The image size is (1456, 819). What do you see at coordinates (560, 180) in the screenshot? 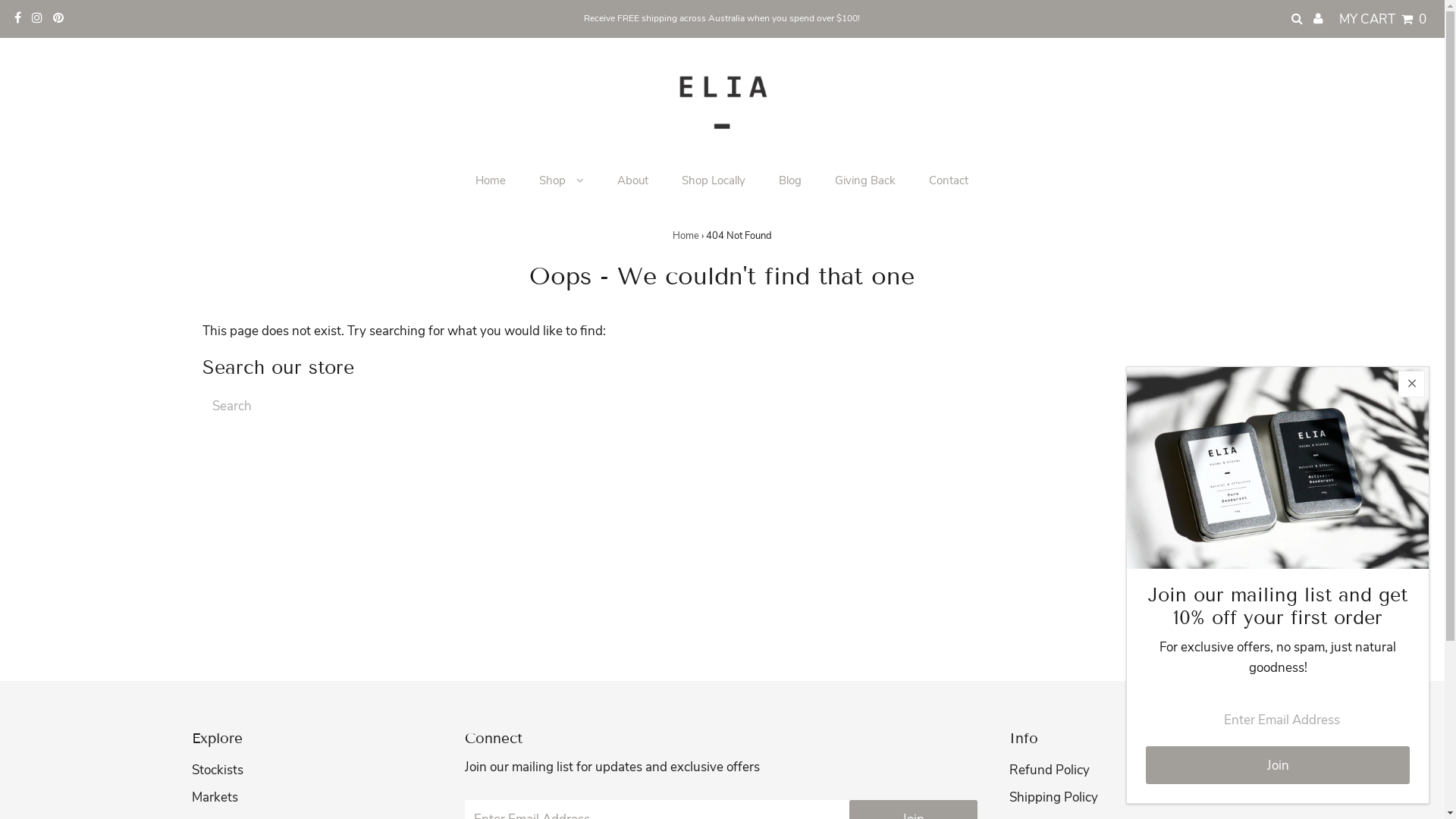
I see `'Shop'` at bounding box center [560, 180].